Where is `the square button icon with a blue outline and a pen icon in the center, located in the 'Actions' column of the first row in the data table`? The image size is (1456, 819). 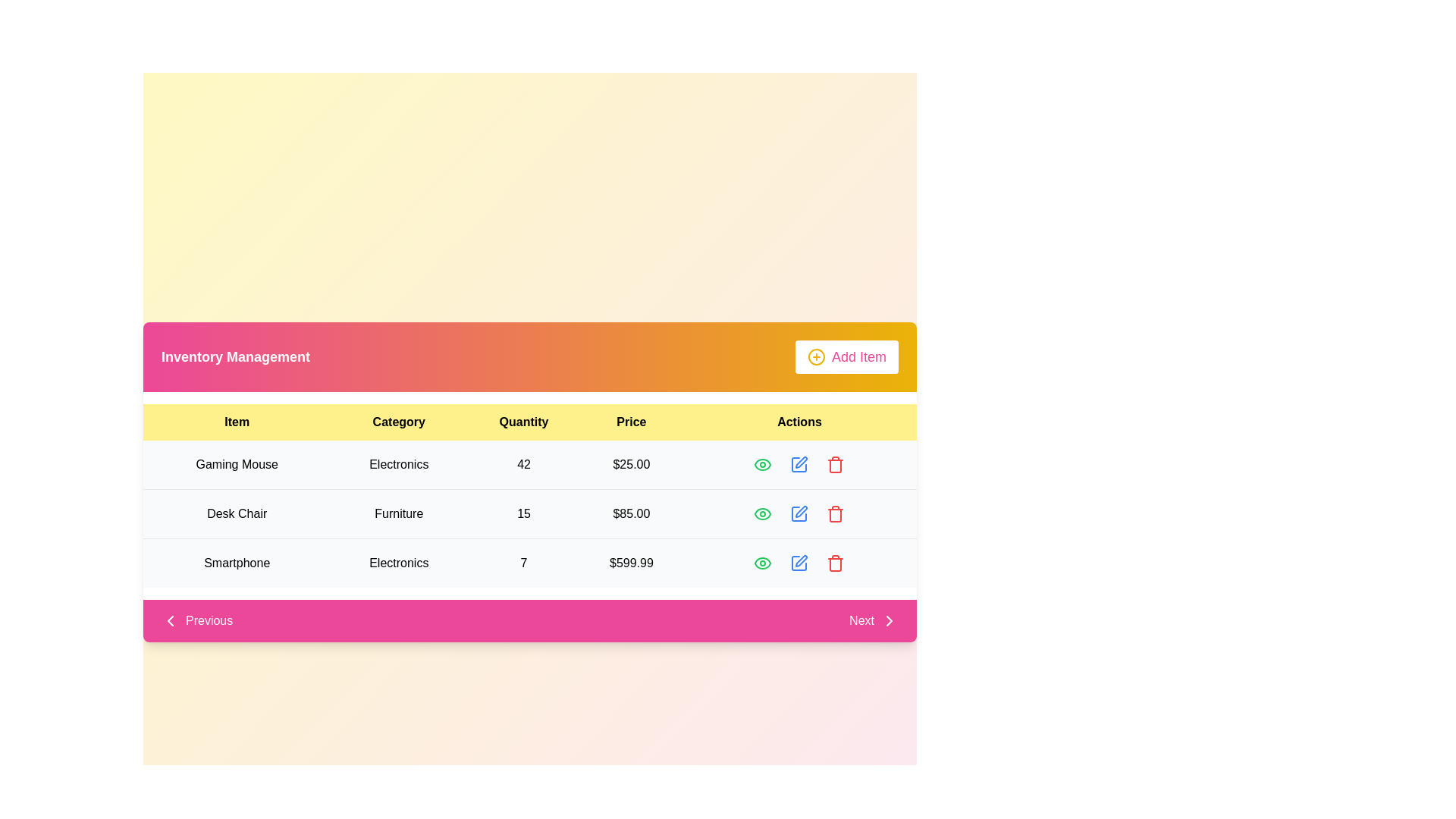
the square button icon with a blue outline and a pen icon in the center, located in the 'Actions' column of the first row in the data table is located at coordinates (799, 464).